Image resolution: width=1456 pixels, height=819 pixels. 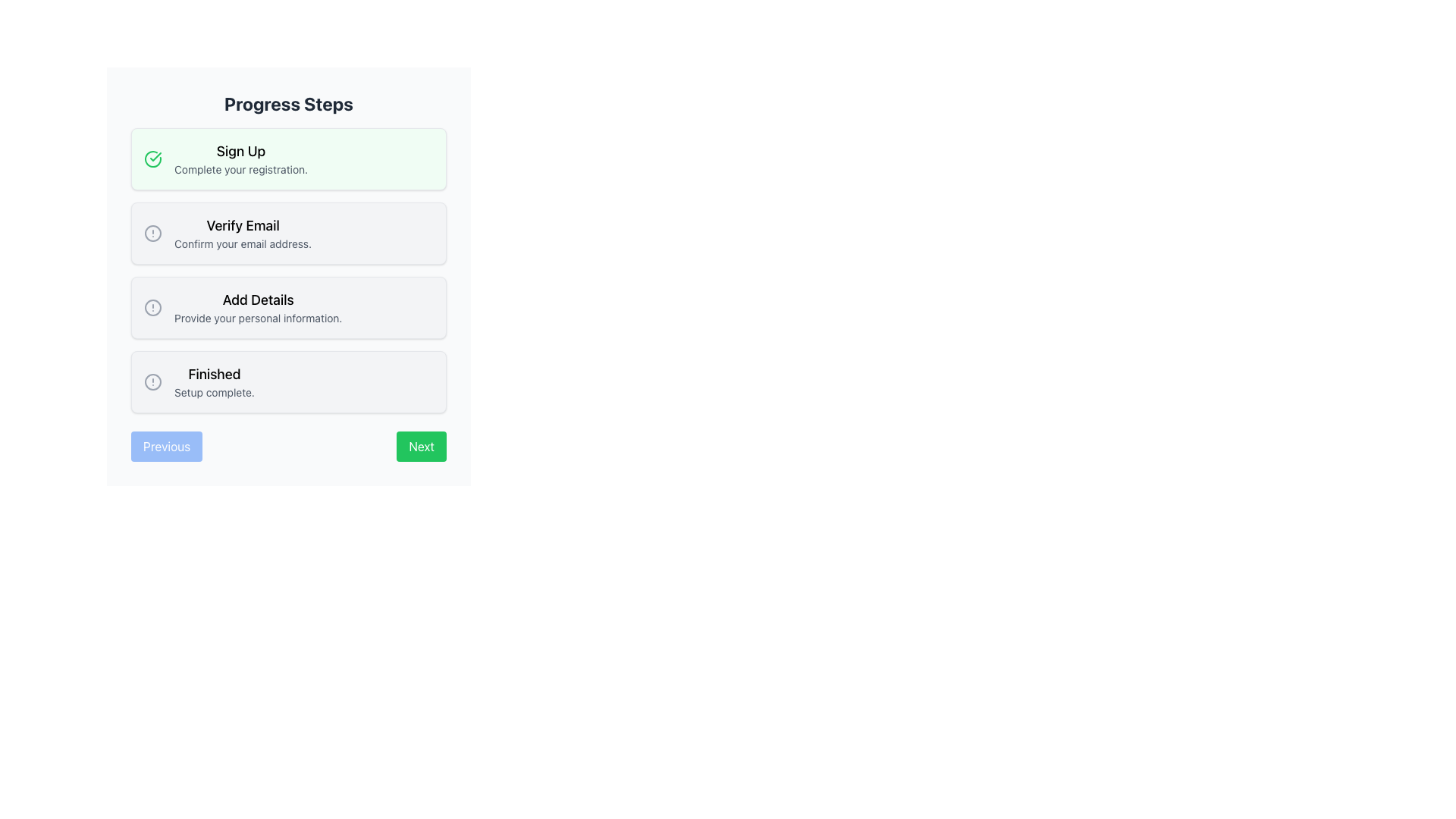 I want to click on the Informational Card that indicates a step for providing personal information, located between the 'Verify Email' and 'Finished' cards in the vertical list, so click(x=288, y=307).